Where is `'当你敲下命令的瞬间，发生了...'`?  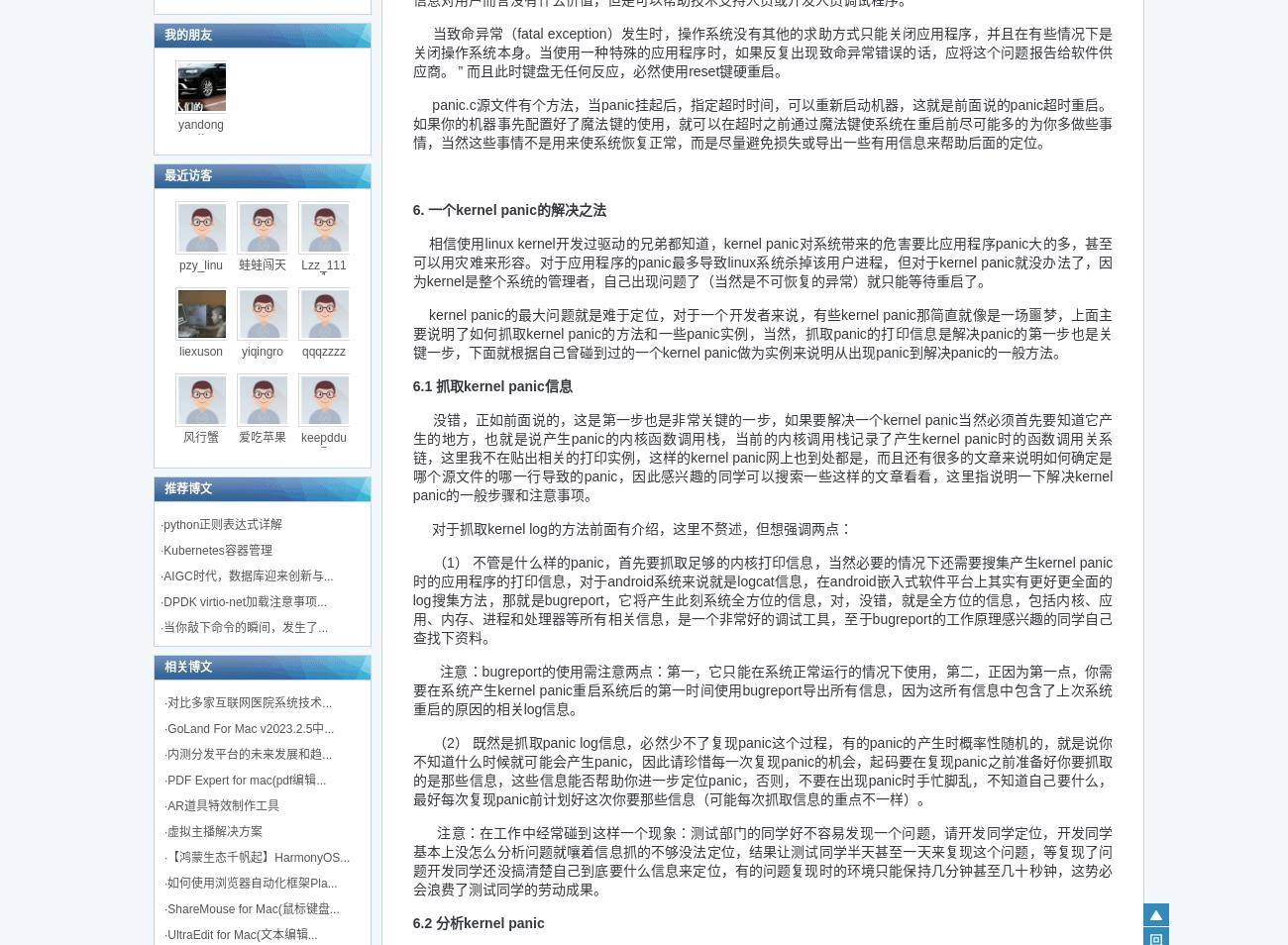
'当你敲下命令的瞬间，发生了...' is located at coordinates (245, 627).